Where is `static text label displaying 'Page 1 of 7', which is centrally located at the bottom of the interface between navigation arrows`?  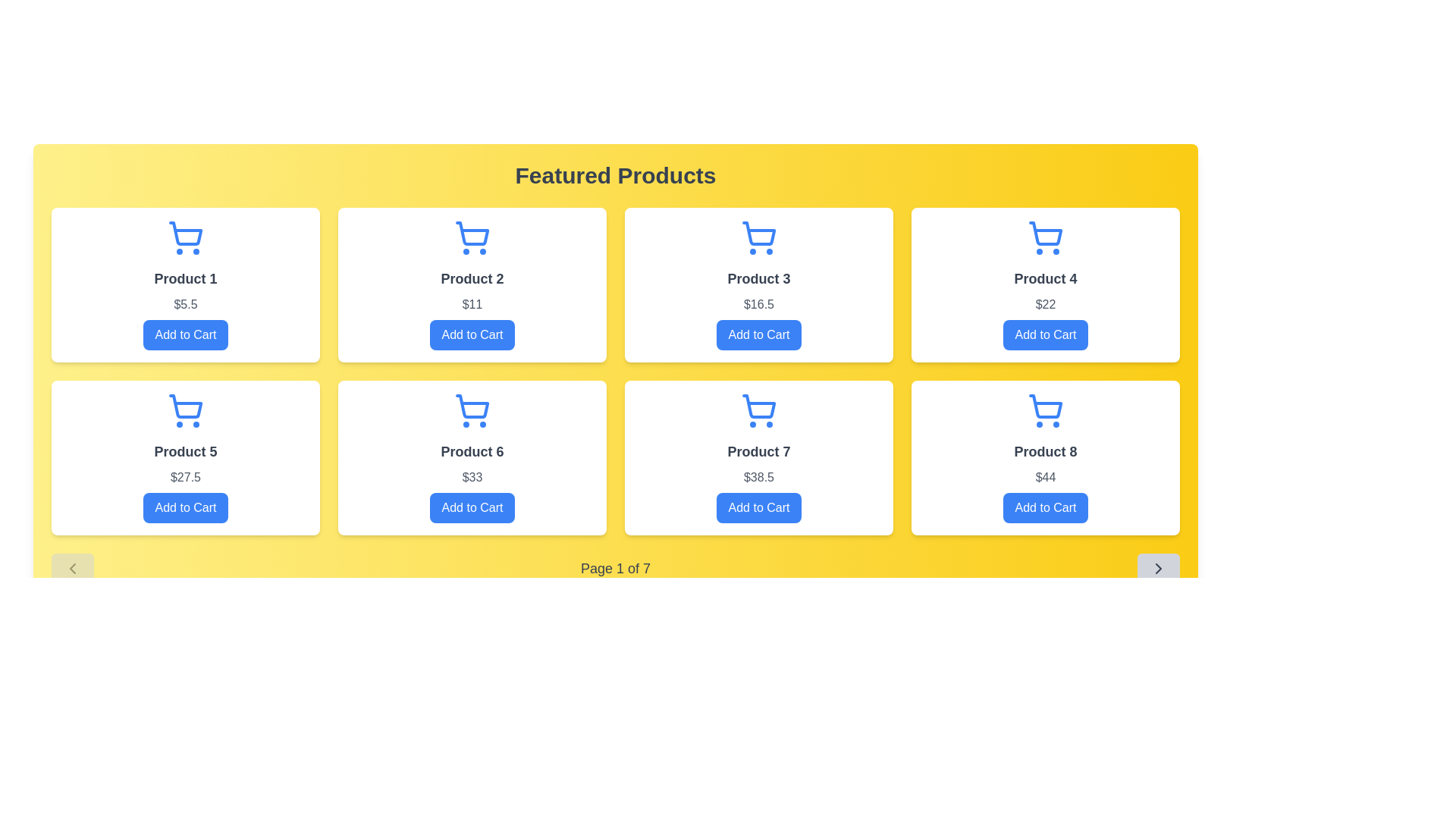
static text label displaying 'Page 1 of 7', which is centrally located at the bottom of the interface between navigation arrows is located at coordinates (615, 568).